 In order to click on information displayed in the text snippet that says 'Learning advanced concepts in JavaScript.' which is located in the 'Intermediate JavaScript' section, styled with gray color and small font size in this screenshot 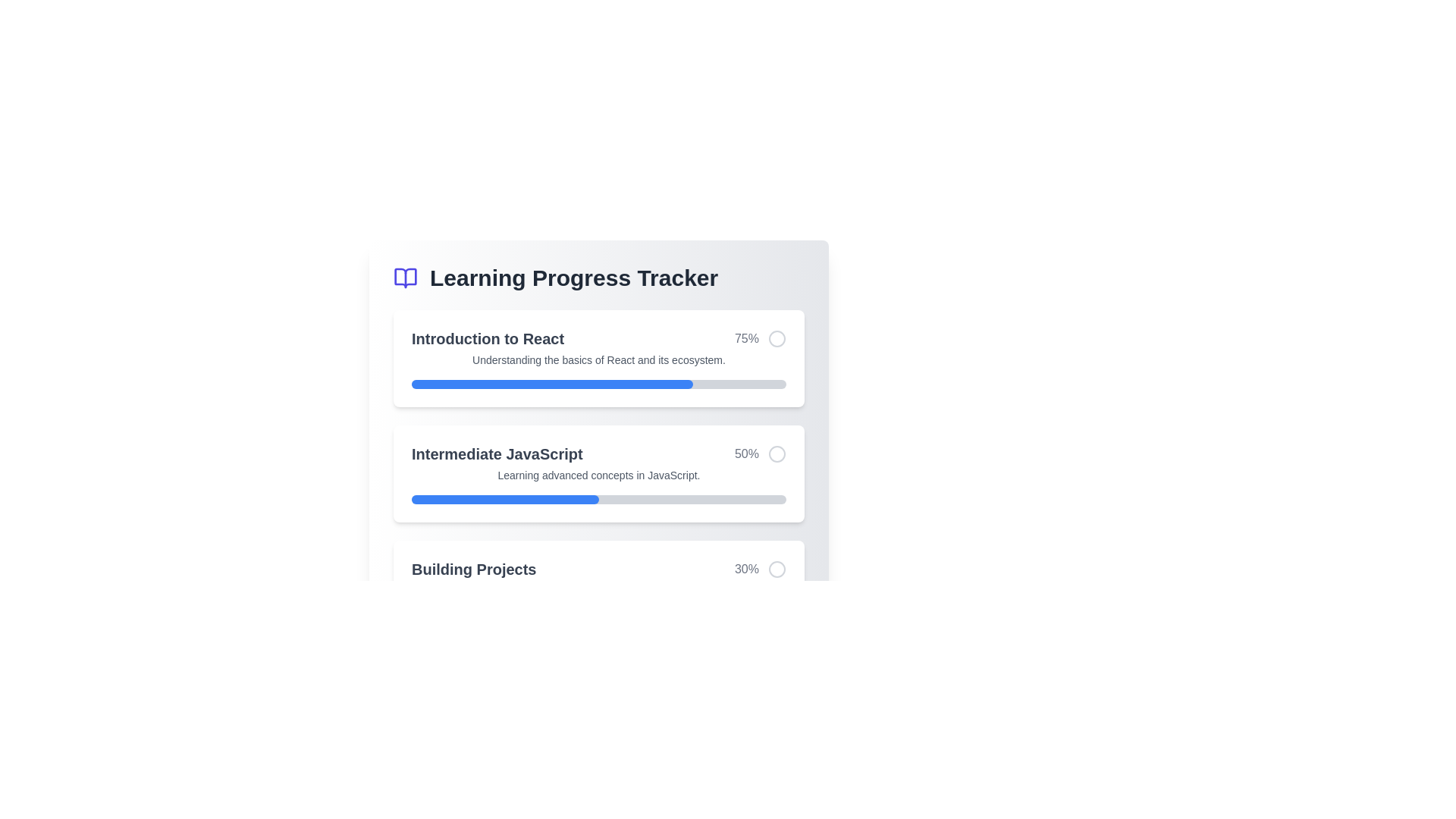, I will do `click(598, 475)`.